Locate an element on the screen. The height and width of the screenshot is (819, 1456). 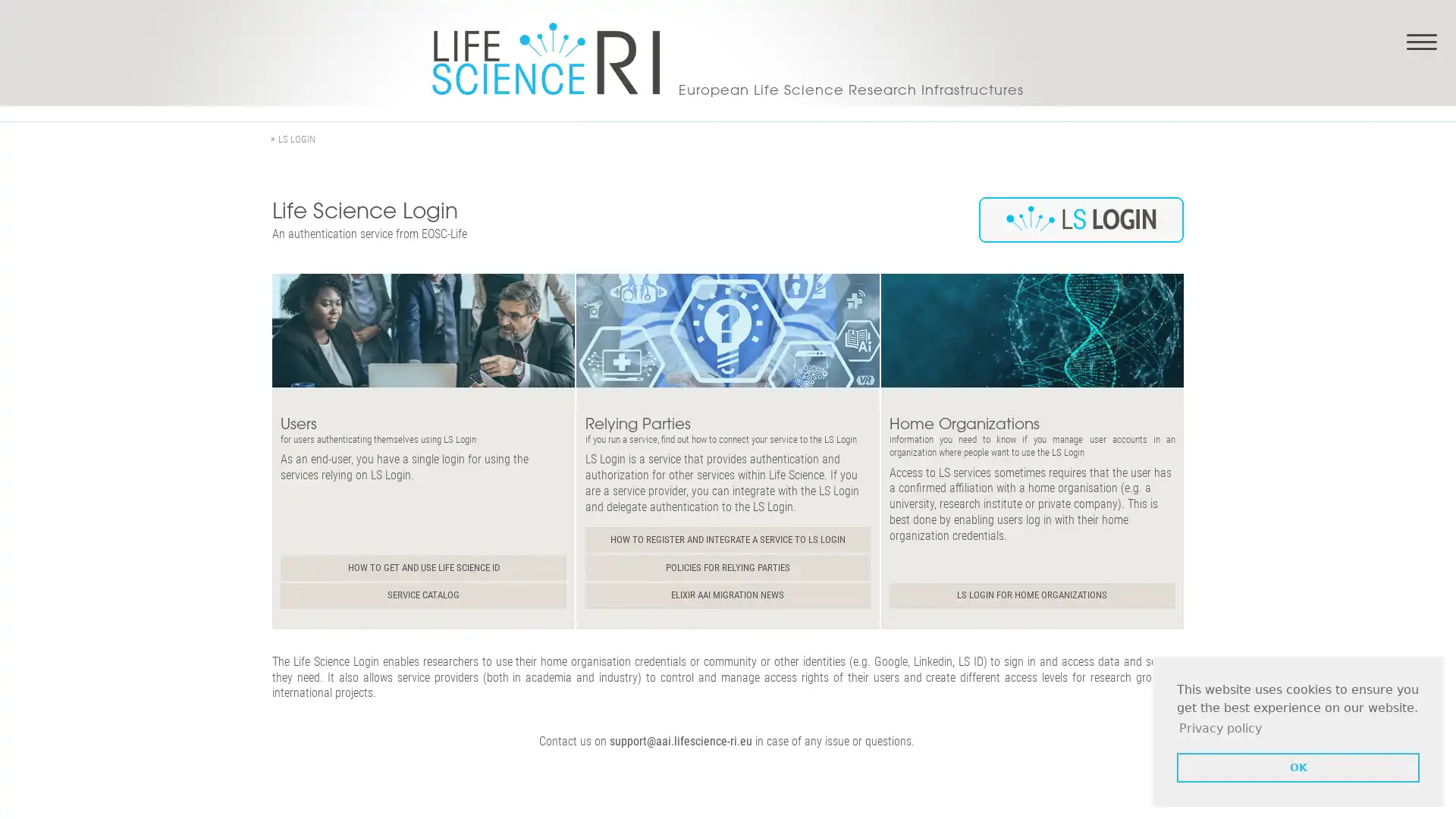
Toggle navigation is located at coordinates (1421, 40).